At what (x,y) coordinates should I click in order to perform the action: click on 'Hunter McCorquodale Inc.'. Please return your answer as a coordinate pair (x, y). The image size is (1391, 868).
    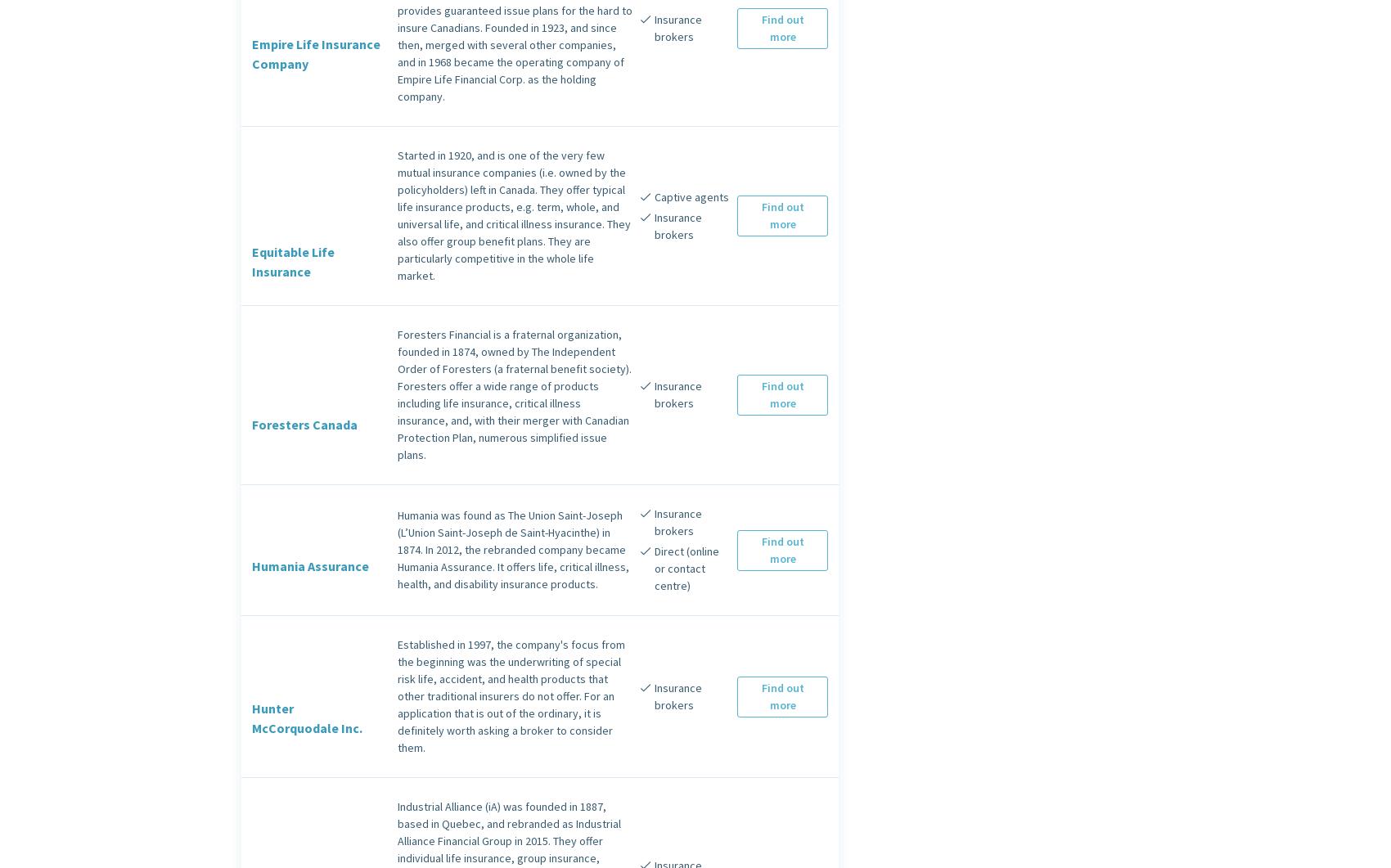
    Looking at the image, I should click on (306, 717).